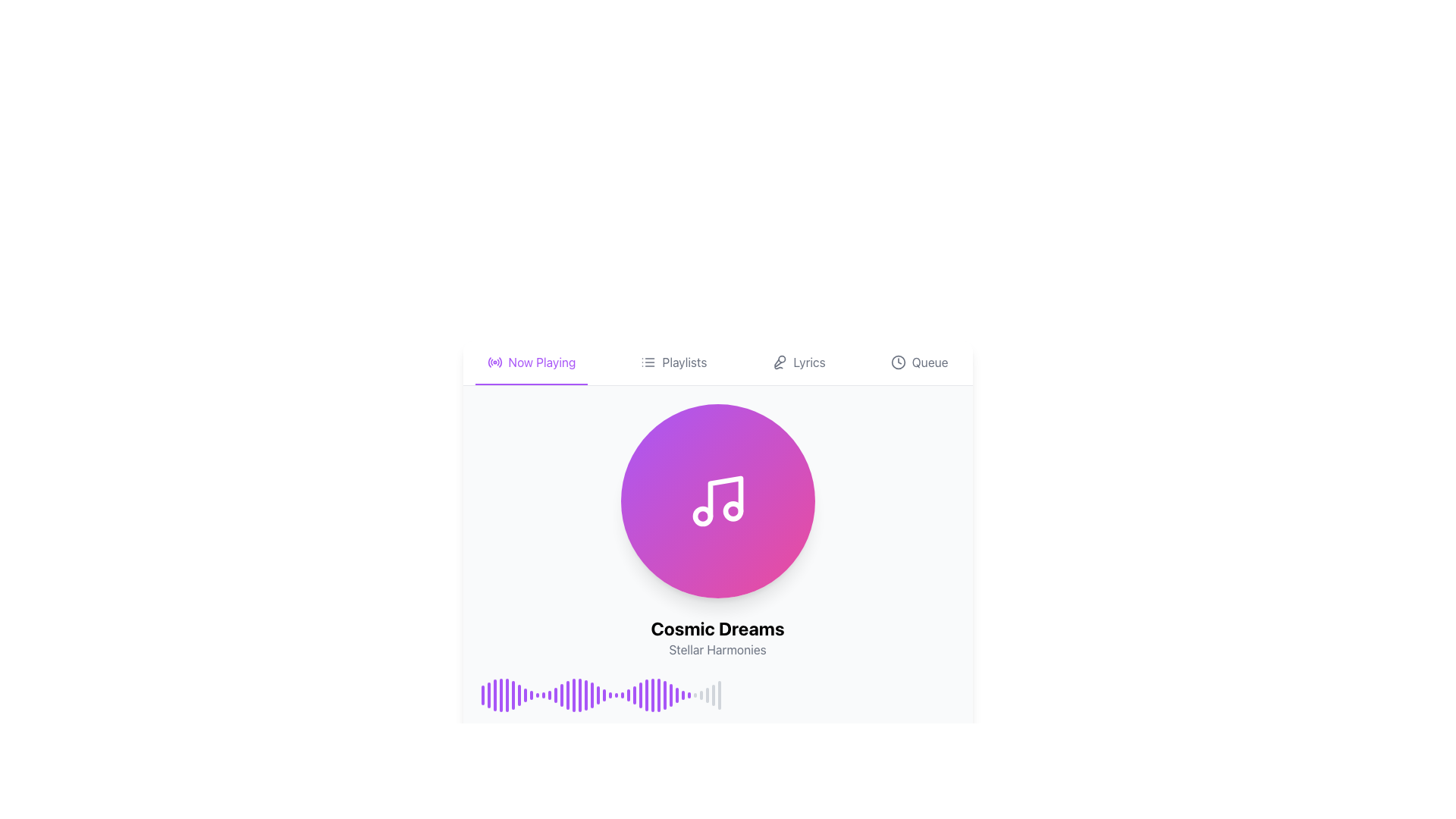 The image size is (1456, 819). What do you see at coordinates (701, 516) in the screenshot?
I see `the leftmost small circle graphic in the SVG that is part of the music-related interface, positioned slightly to the left and below the main note graphic` at bounding box center [701, 516].